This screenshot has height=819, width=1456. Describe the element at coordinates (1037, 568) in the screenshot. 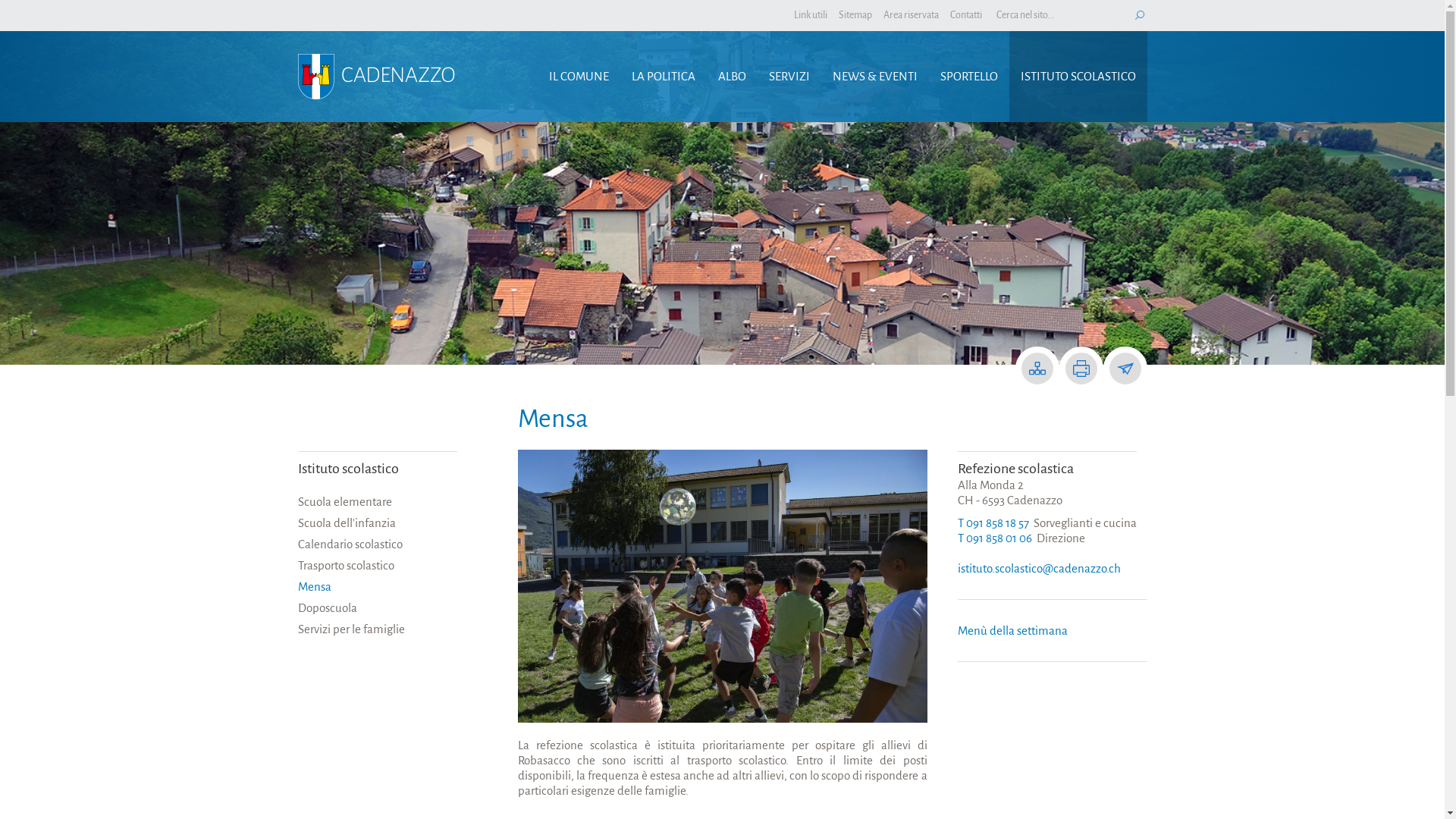

I see `'istituto.scolastico@cadenazzo.ch'` at that location.